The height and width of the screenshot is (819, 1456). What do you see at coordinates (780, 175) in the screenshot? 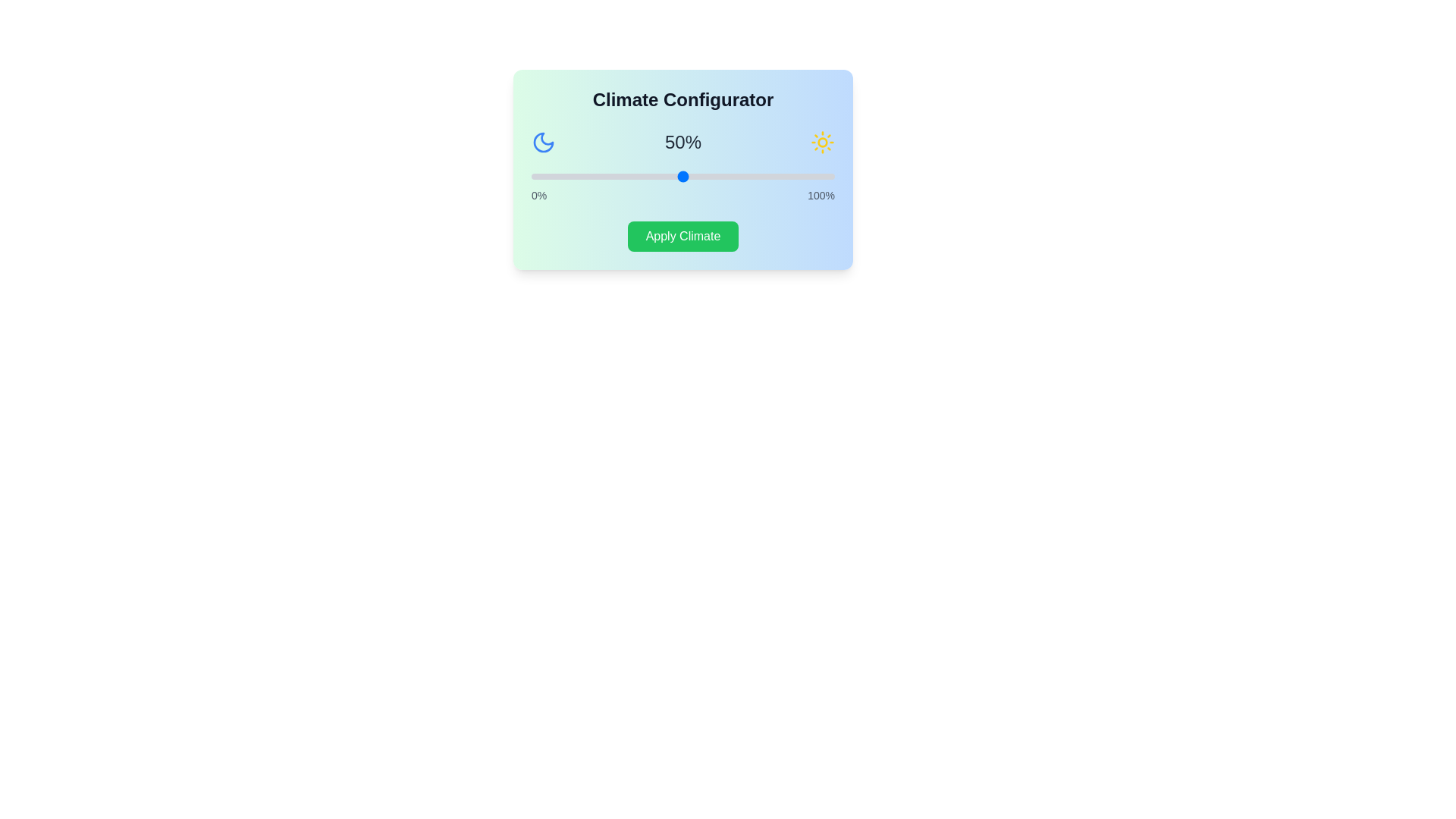
I see `the slider to set the climate percentage to 82` at bounding box center [780, 175].